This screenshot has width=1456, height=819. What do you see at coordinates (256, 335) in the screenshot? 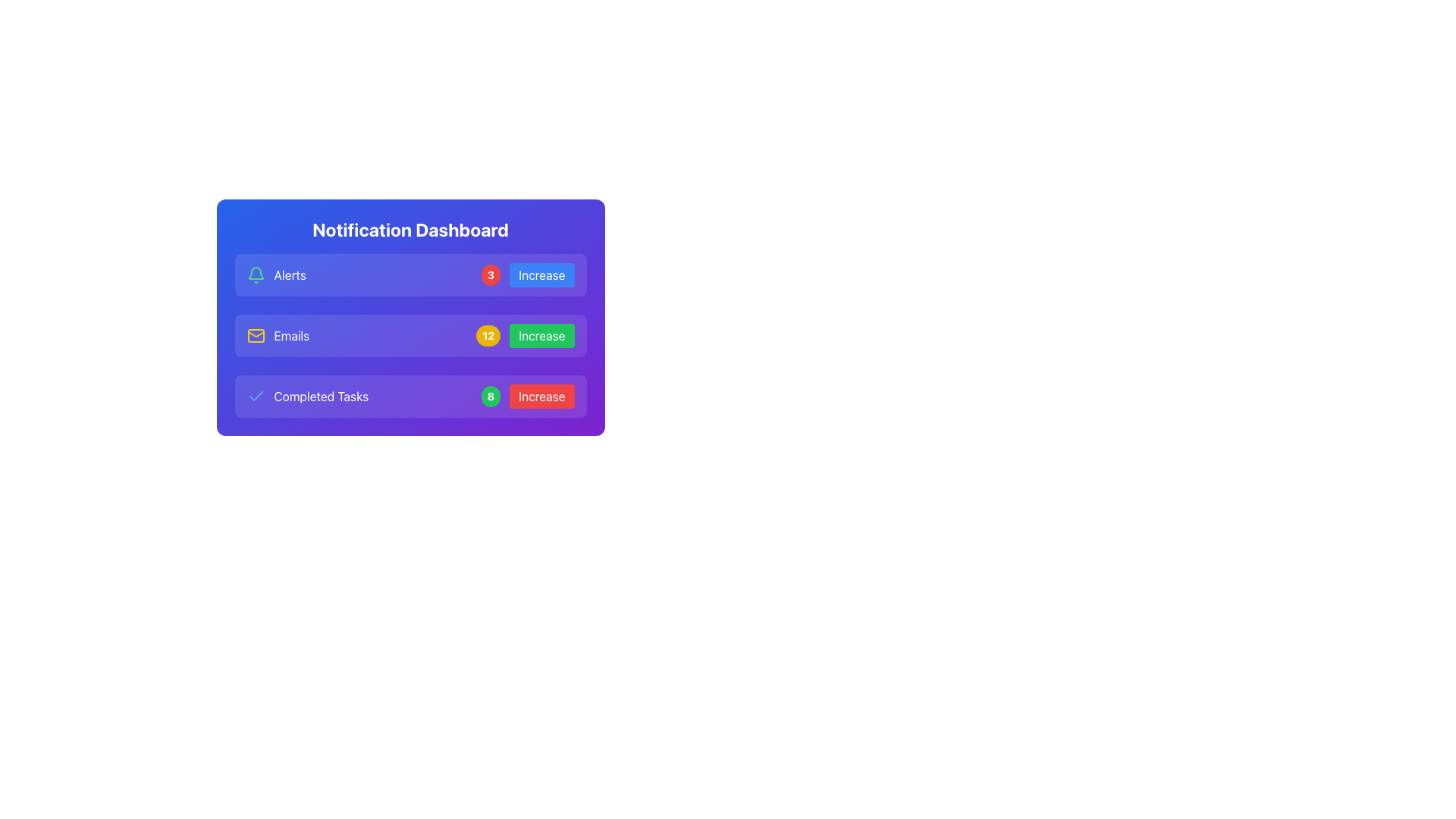
I see `the rectangular structure representing the 'Emails' section of the mail icon in the notification dashboard` at bounding box center [256, 335].